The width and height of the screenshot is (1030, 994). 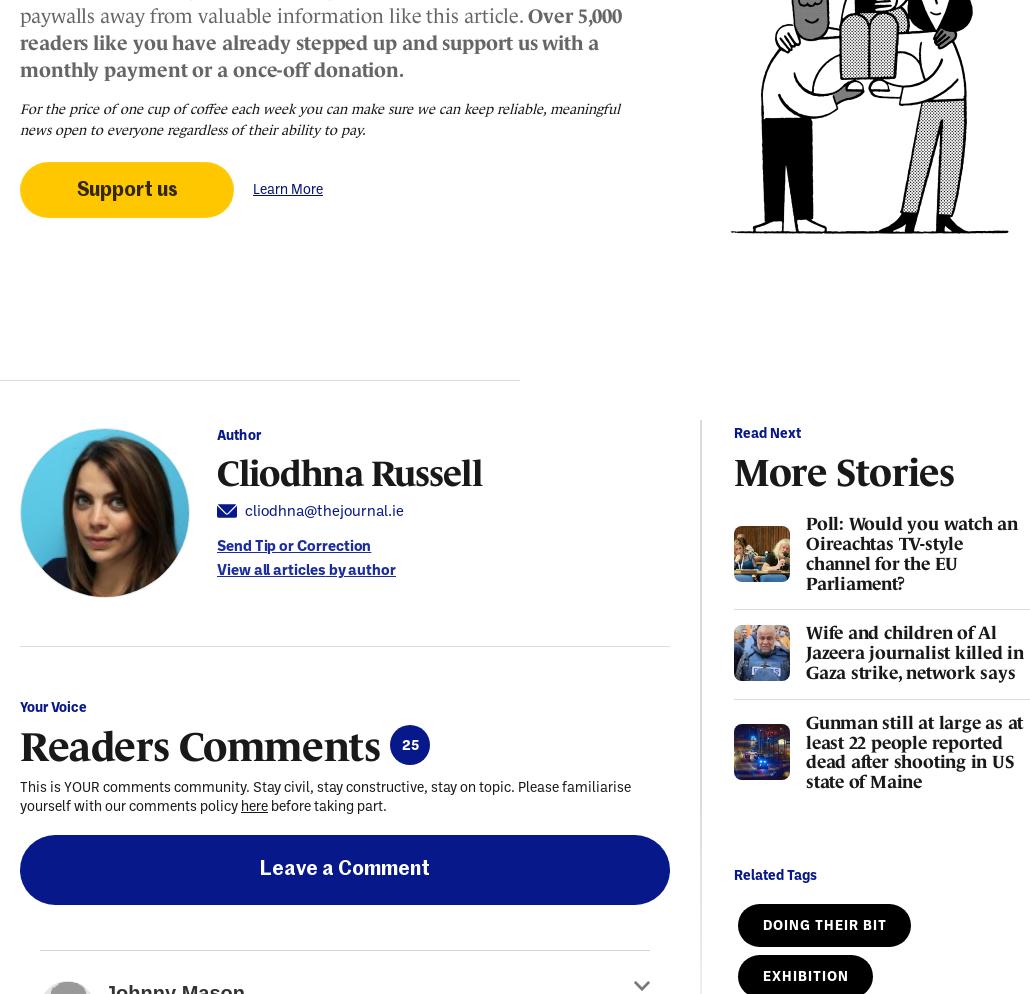 What do you see at coordinates (254, 806) in the screenshot?
I see `'here'` at bounding box center [254, 806].